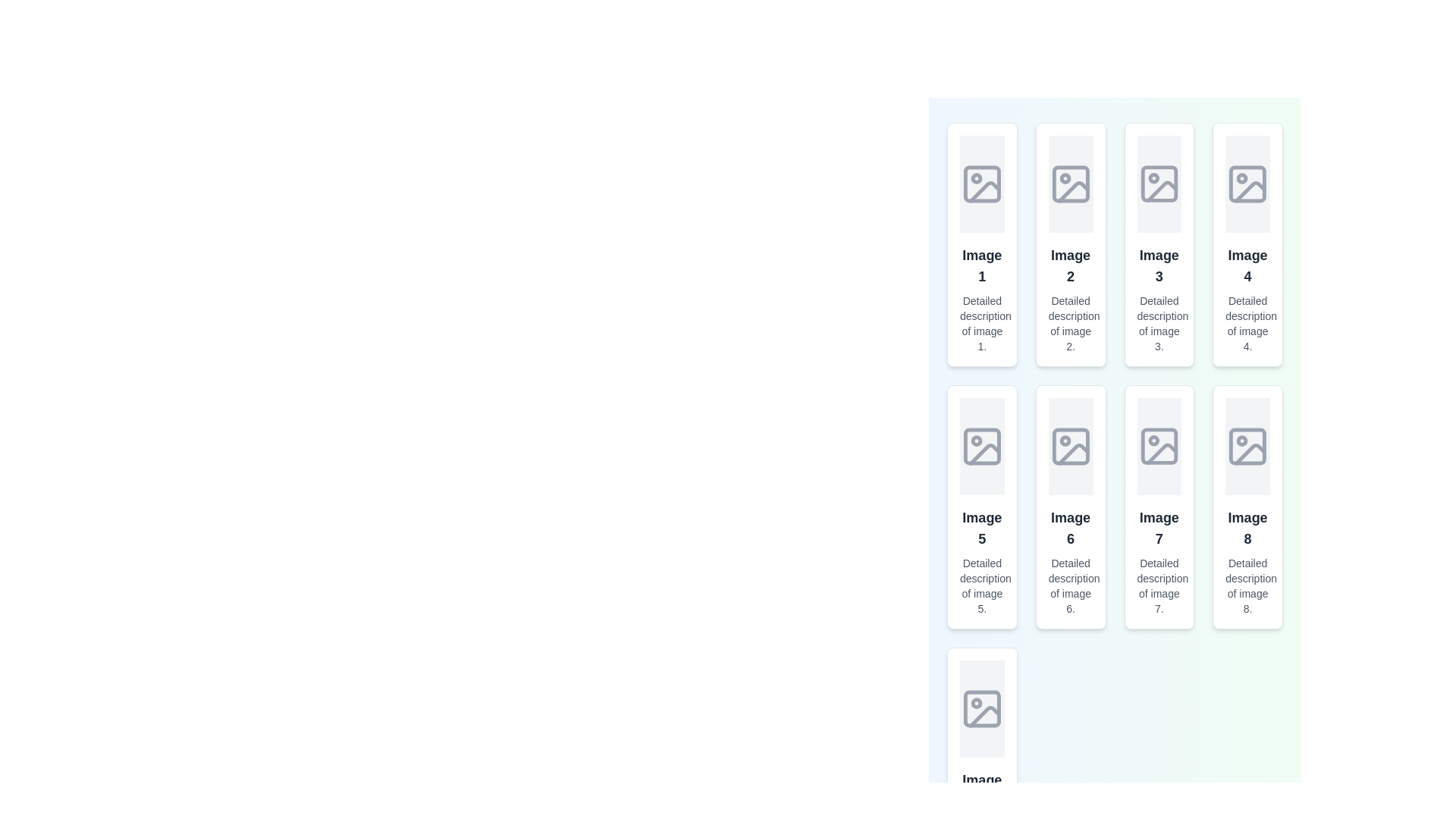 Image resolution: width=1456 pixels, height=819 pixels. What do you see at coordinates (1070, 446) in the screenshot?
I see `the decorative rectangular frame within the image placeholder for 'Image 6', which is the largest rectangular component in the icon` at bounding box center [1070, 446].